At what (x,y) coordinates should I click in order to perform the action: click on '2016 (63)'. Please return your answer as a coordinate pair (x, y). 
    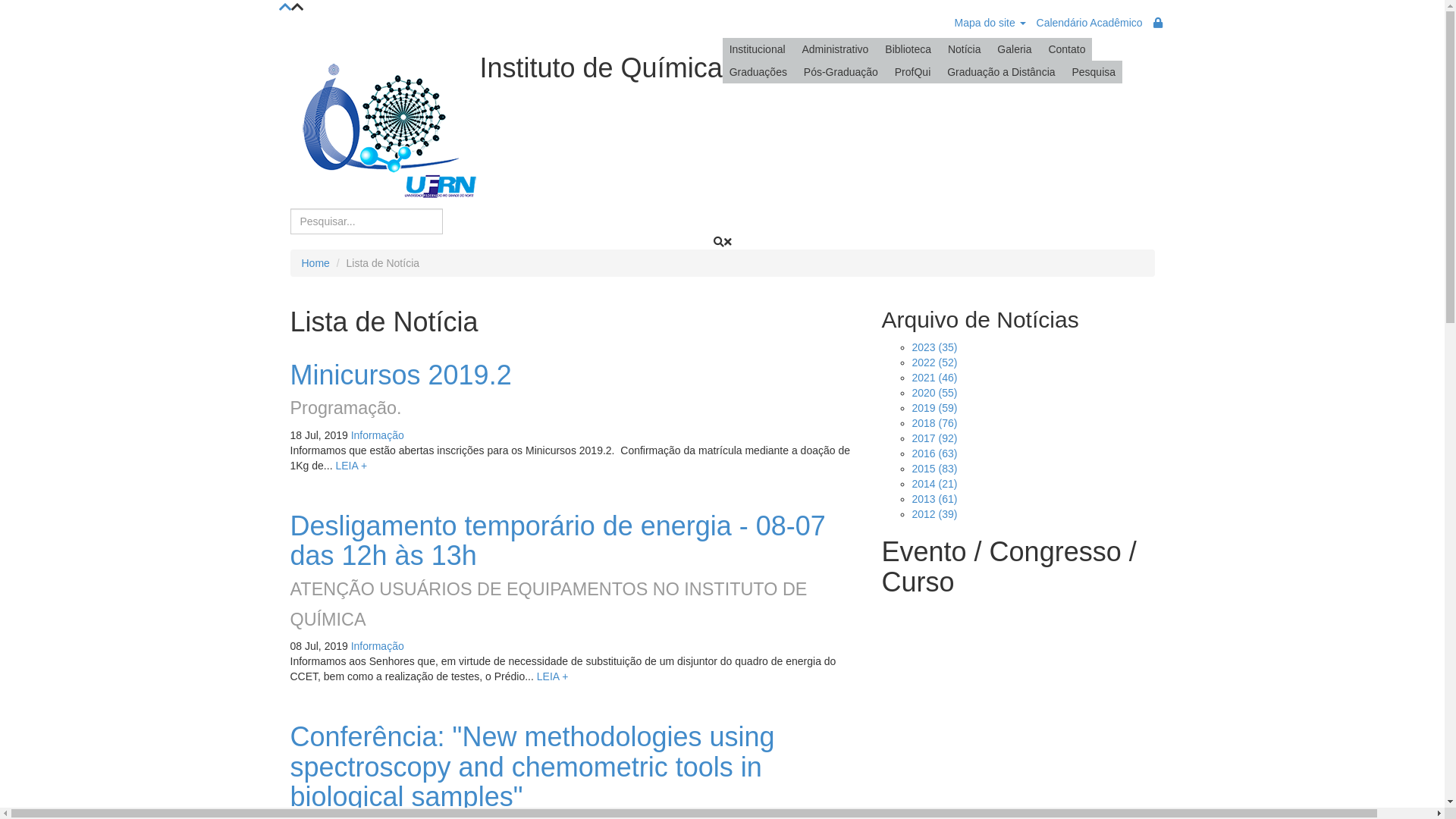
    Looking at the image, I should click on (934, 452).